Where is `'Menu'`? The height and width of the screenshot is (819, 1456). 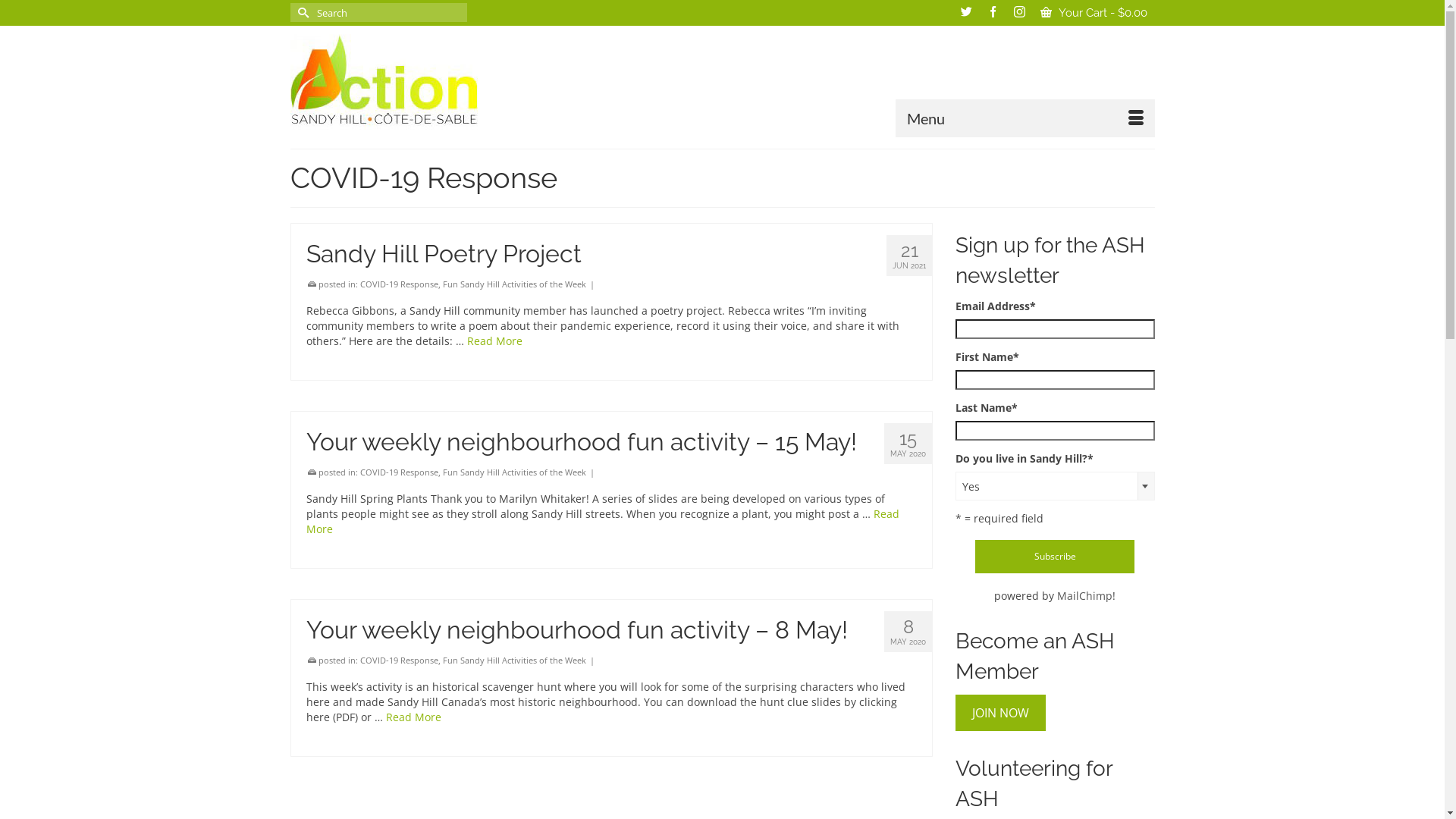 'Menu' is located at coordinates (1024, 117).